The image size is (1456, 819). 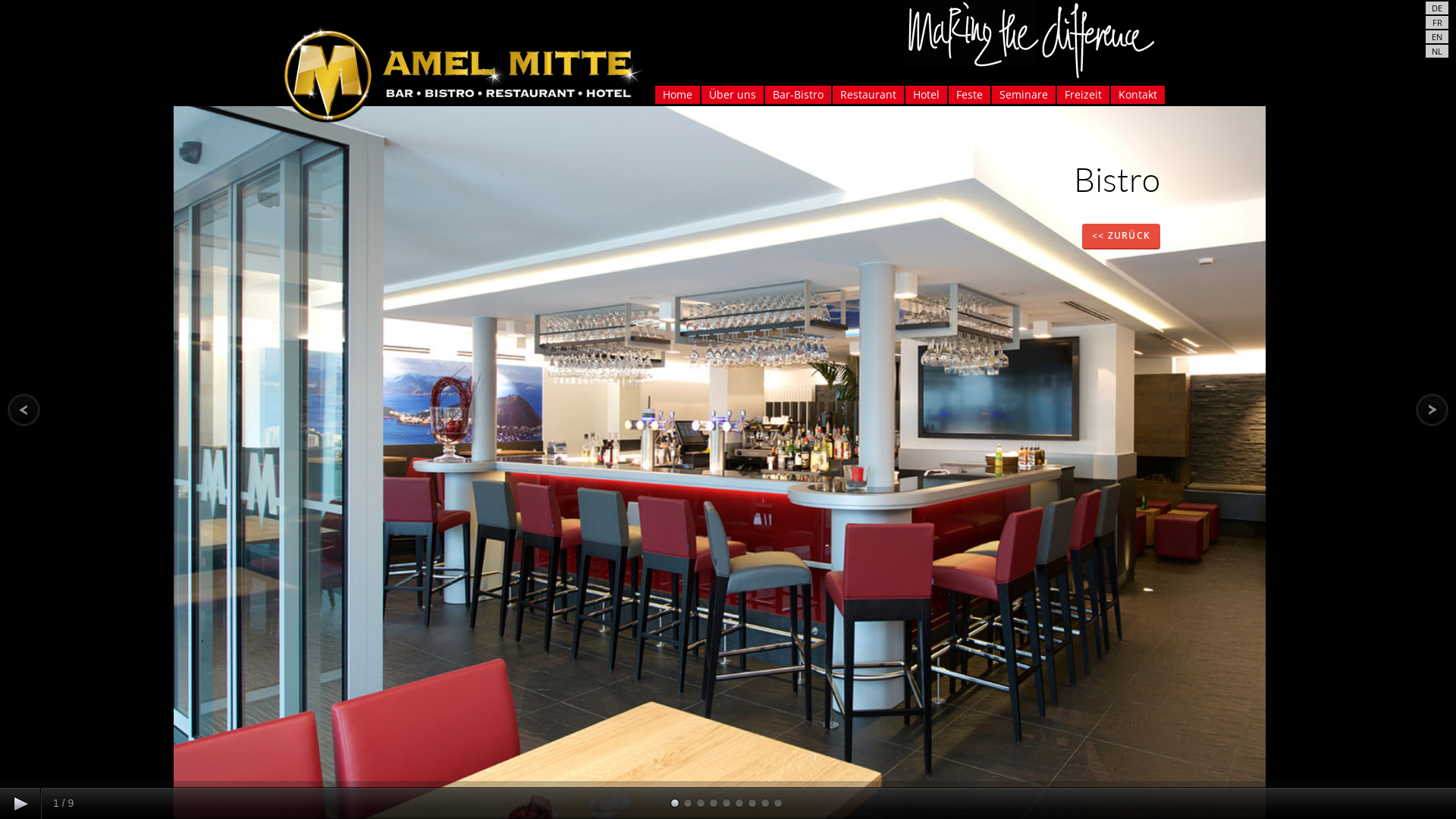 I want to click on 'NL', so click(x=1436, y=50).